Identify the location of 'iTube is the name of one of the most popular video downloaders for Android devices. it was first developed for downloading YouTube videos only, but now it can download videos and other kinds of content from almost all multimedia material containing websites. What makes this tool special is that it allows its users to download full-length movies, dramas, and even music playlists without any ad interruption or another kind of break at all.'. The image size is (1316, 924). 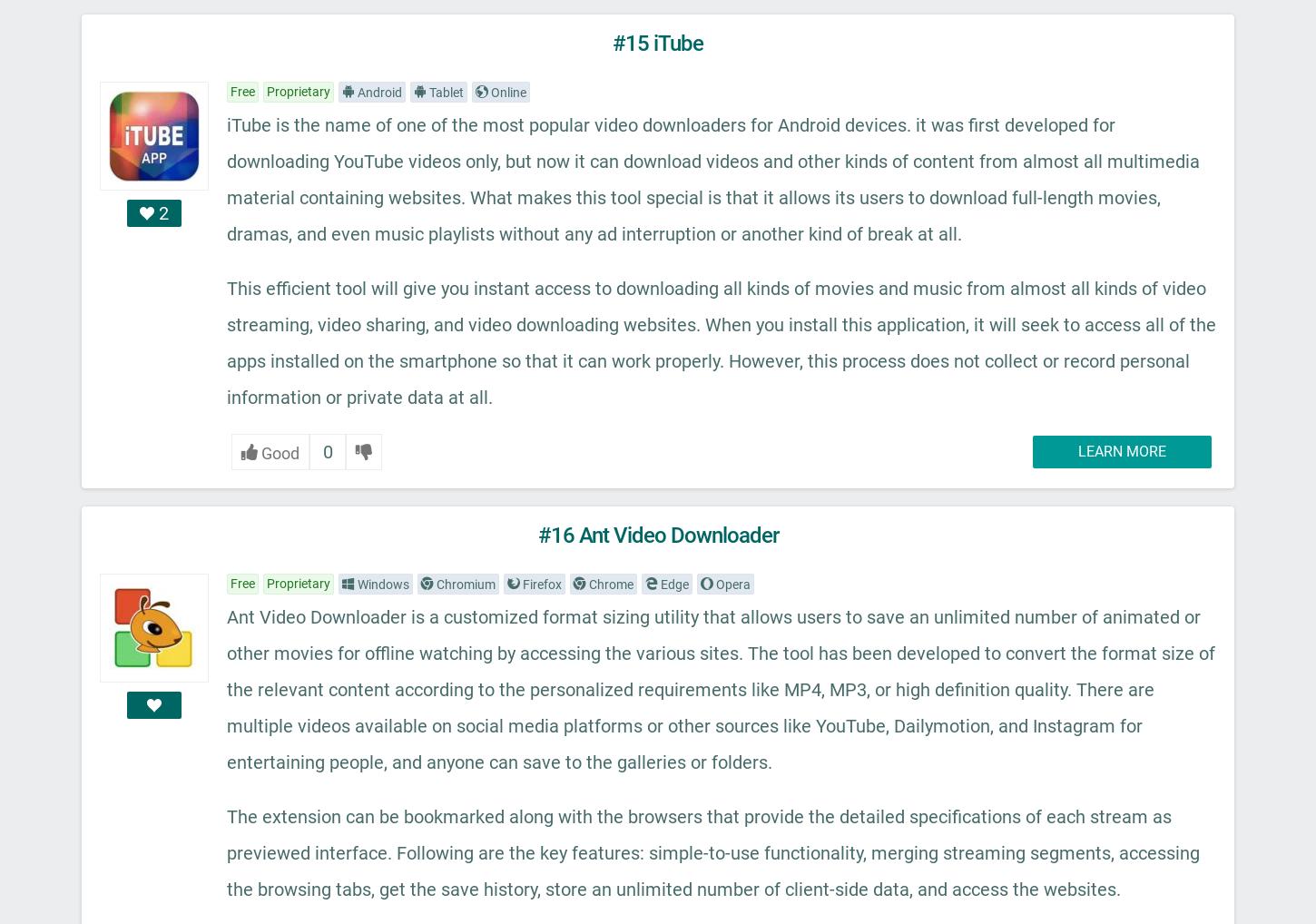
(713, 180).